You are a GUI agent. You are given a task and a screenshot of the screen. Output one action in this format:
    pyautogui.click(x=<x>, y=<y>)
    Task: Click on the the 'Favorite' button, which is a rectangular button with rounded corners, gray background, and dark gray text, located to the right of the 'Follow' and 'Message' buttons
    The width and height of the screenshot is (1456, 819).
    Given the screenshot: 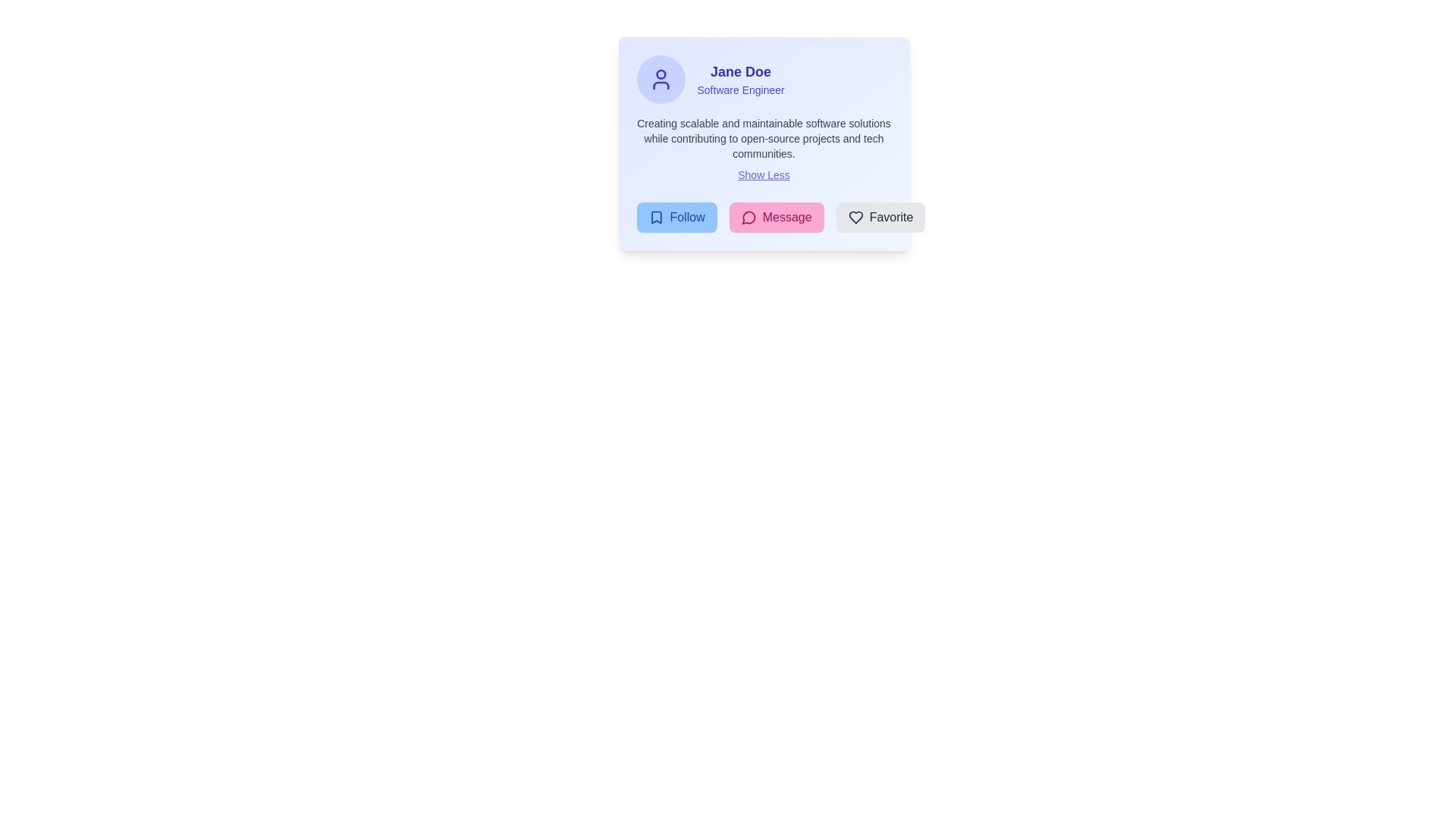 What is the action you would take?
    pyautogui.click(x=880, y=217)
    